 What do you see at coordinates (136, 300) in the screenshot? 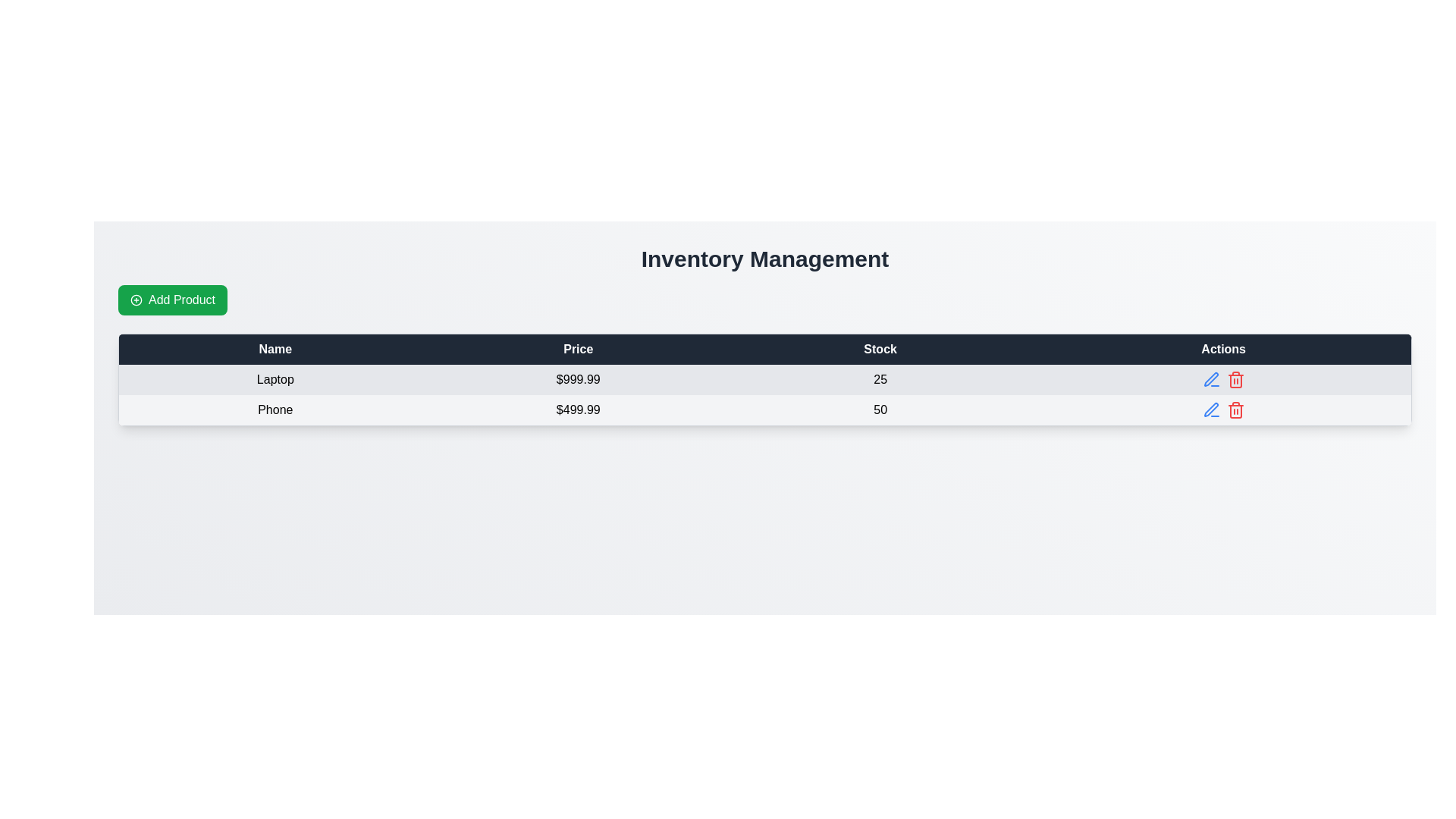
I see `SVG circle that is part of the '+' symbol inside the green 'Add Product' button located in the top-left section of the main interface` at bounding box center [136, 300].